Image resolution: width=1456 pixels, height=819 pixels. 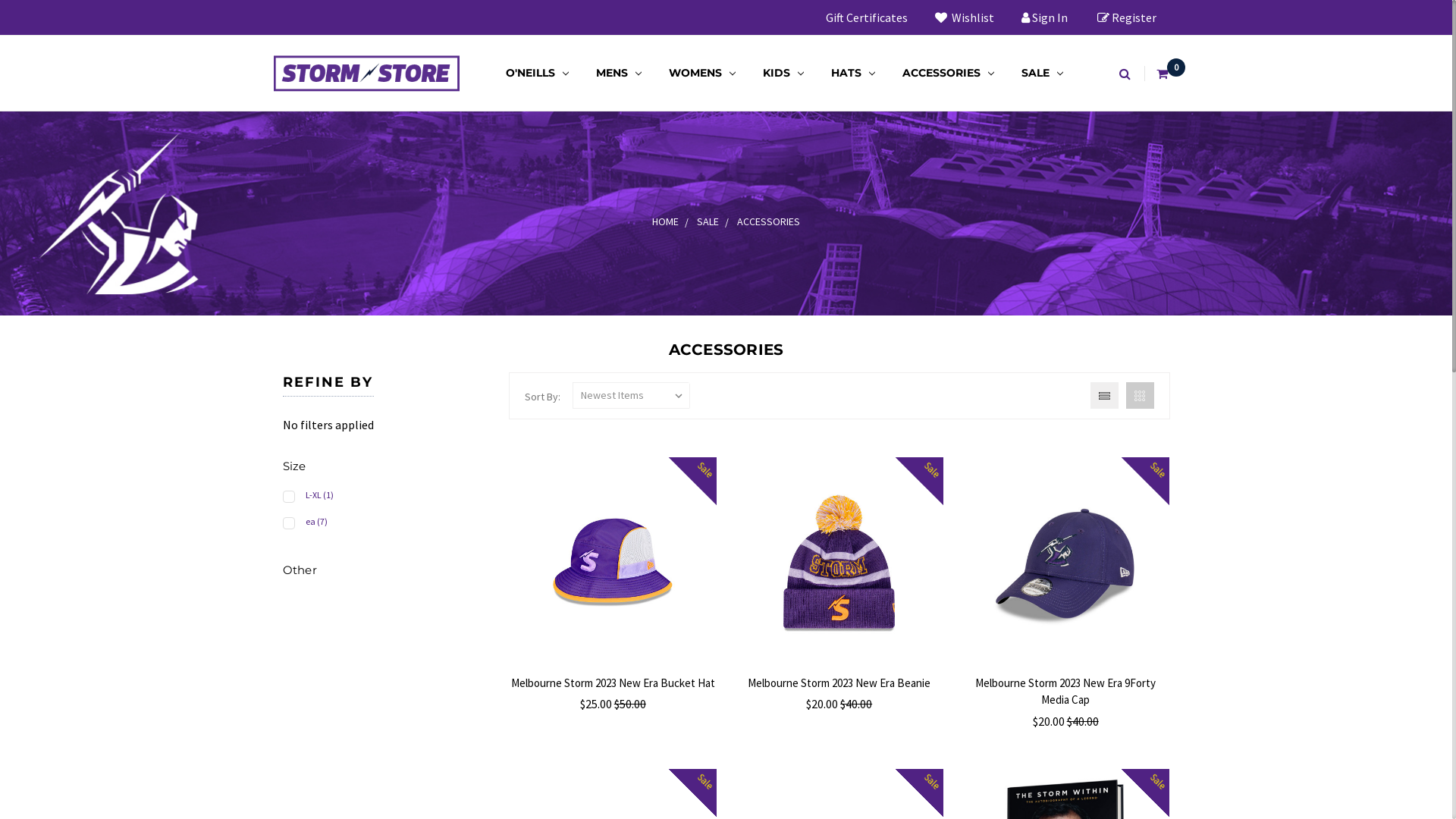 What do you see at coordinates (963, 17) in the screenshot?
I see `'Wishlist'` at bounding box center [963, 17].